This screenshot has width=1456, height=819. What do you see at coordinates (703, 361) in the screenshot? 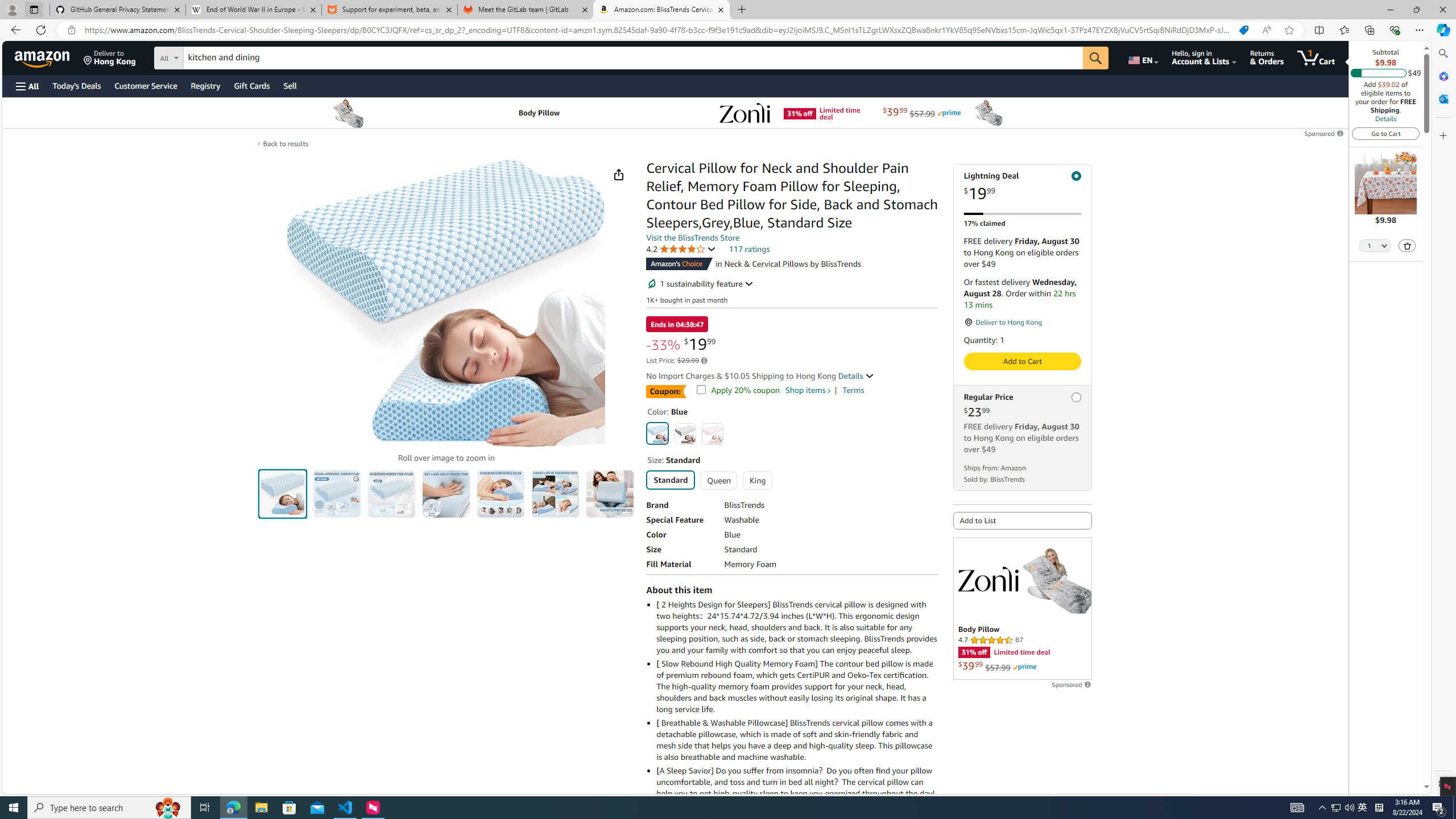
I see `'Learn more about Amazon pricing and savings'` at bounding box center [703, 361].